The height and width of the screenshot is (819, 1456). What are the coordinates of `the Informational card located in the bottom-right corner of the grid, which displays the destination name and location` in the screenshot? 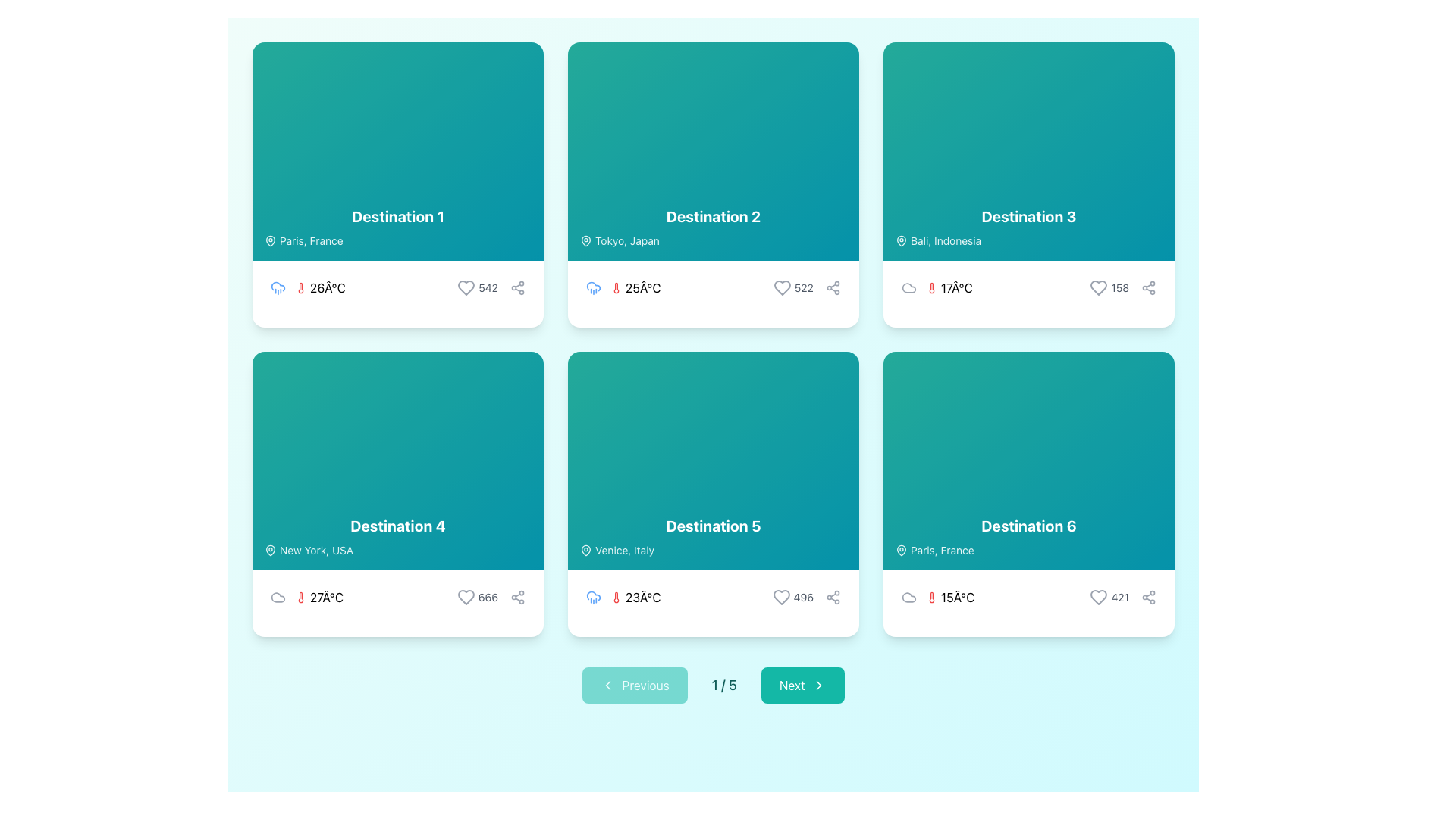 It's located at (1029, 460).